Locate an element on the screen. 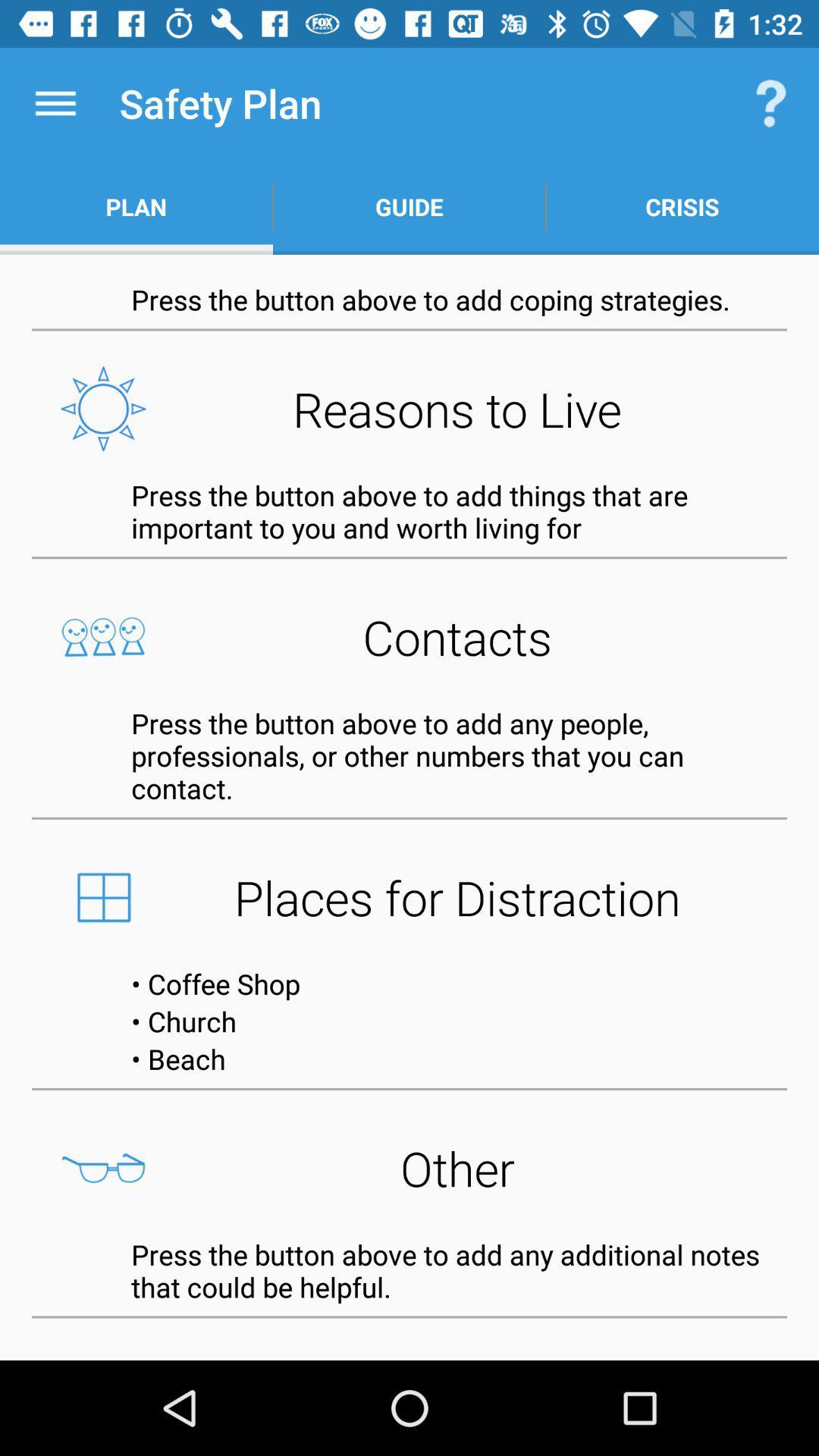 The image size is (819, 1456). the app above the press the button icon is located at coordinates (409, 409).